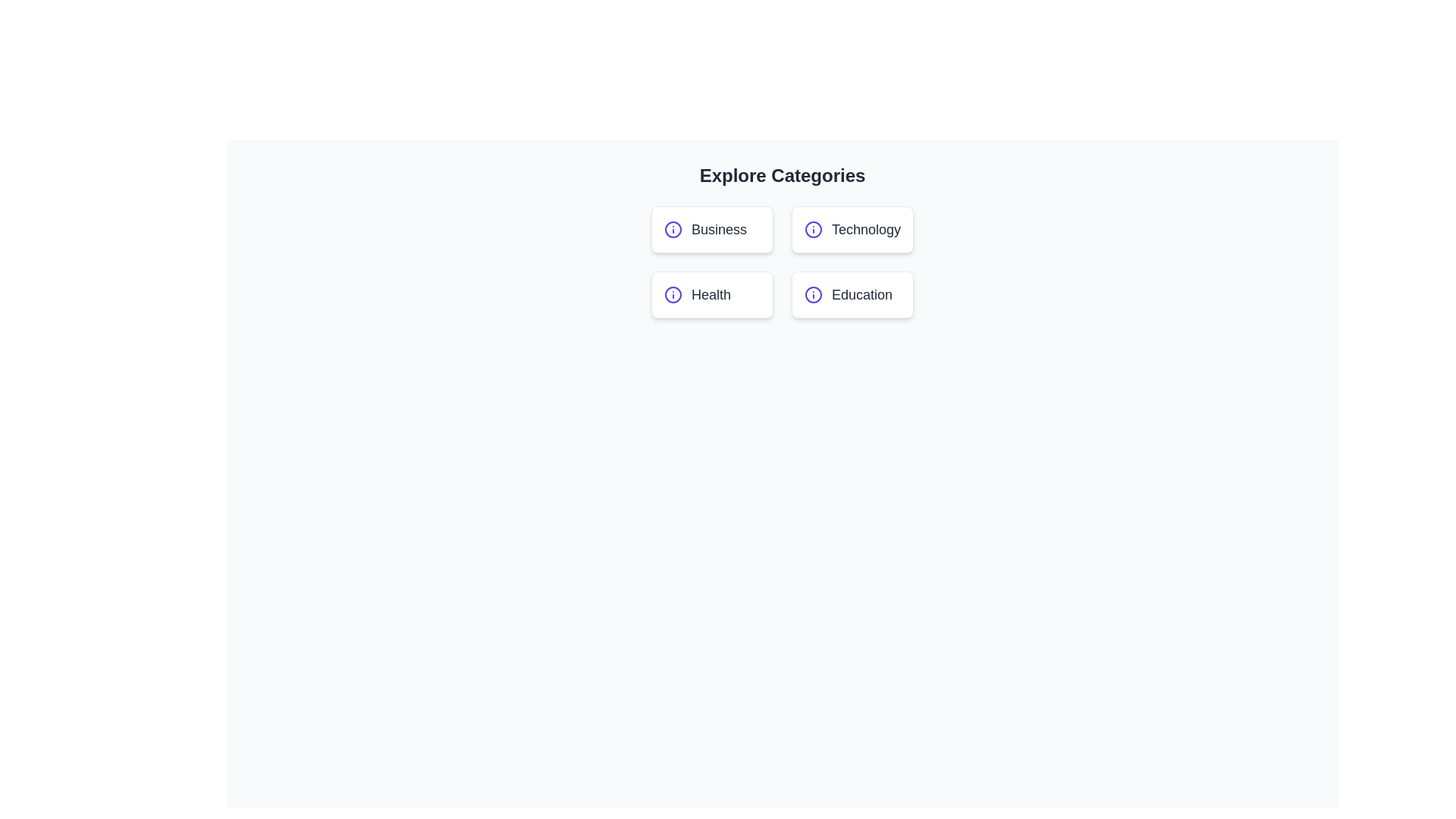 The width and height of the screenshot is (1456, 819). I want to click on the informational label with a circular purple 'i' icon and the text 'Business' located in the first item of the grid layout under 'Explore Categories', so click(711, 230).